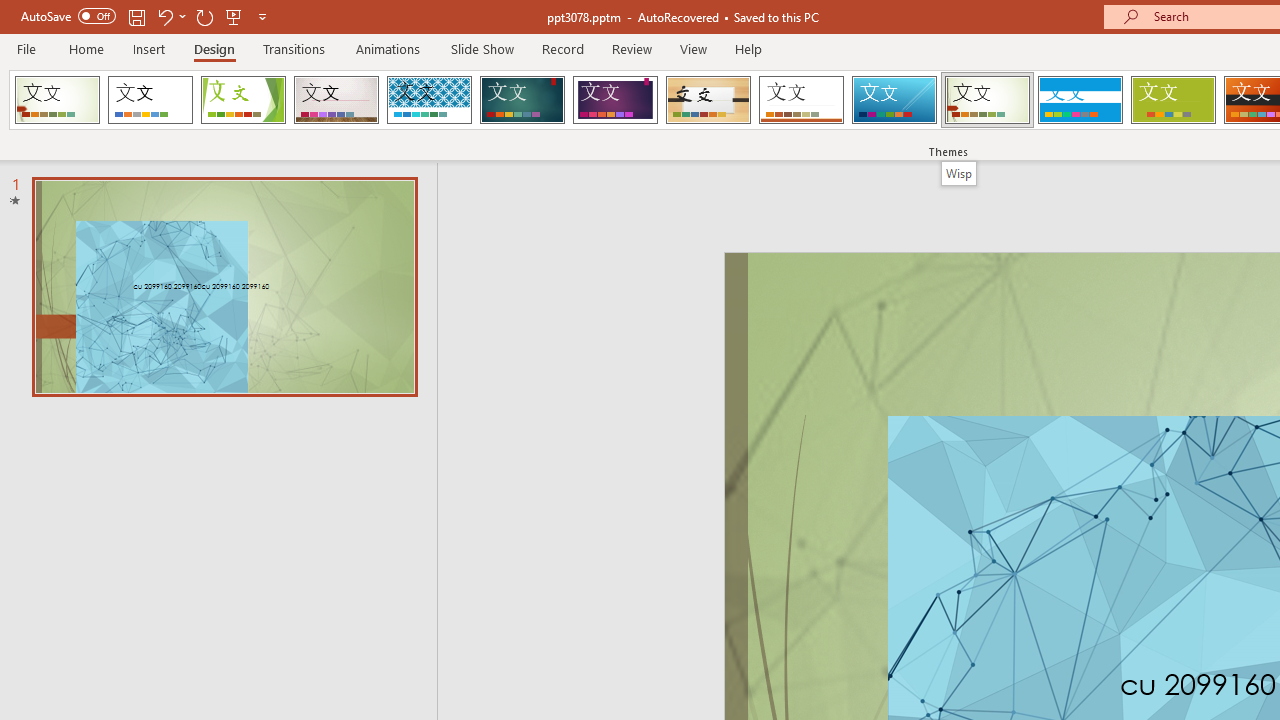 The width and height of the screenshot is (1280, 720). What do you see at coordinates (204, 16) in the screenshot?
I see `'Redo'` at bounding box center [204, 16].